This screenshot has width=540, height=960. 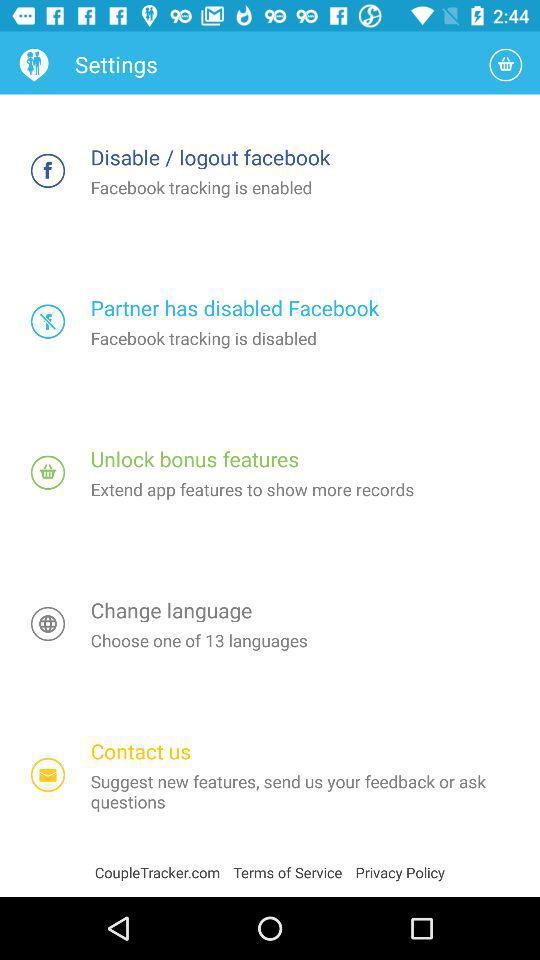 I want to click on icon next to contact us icon, so click(x=48, y=774).